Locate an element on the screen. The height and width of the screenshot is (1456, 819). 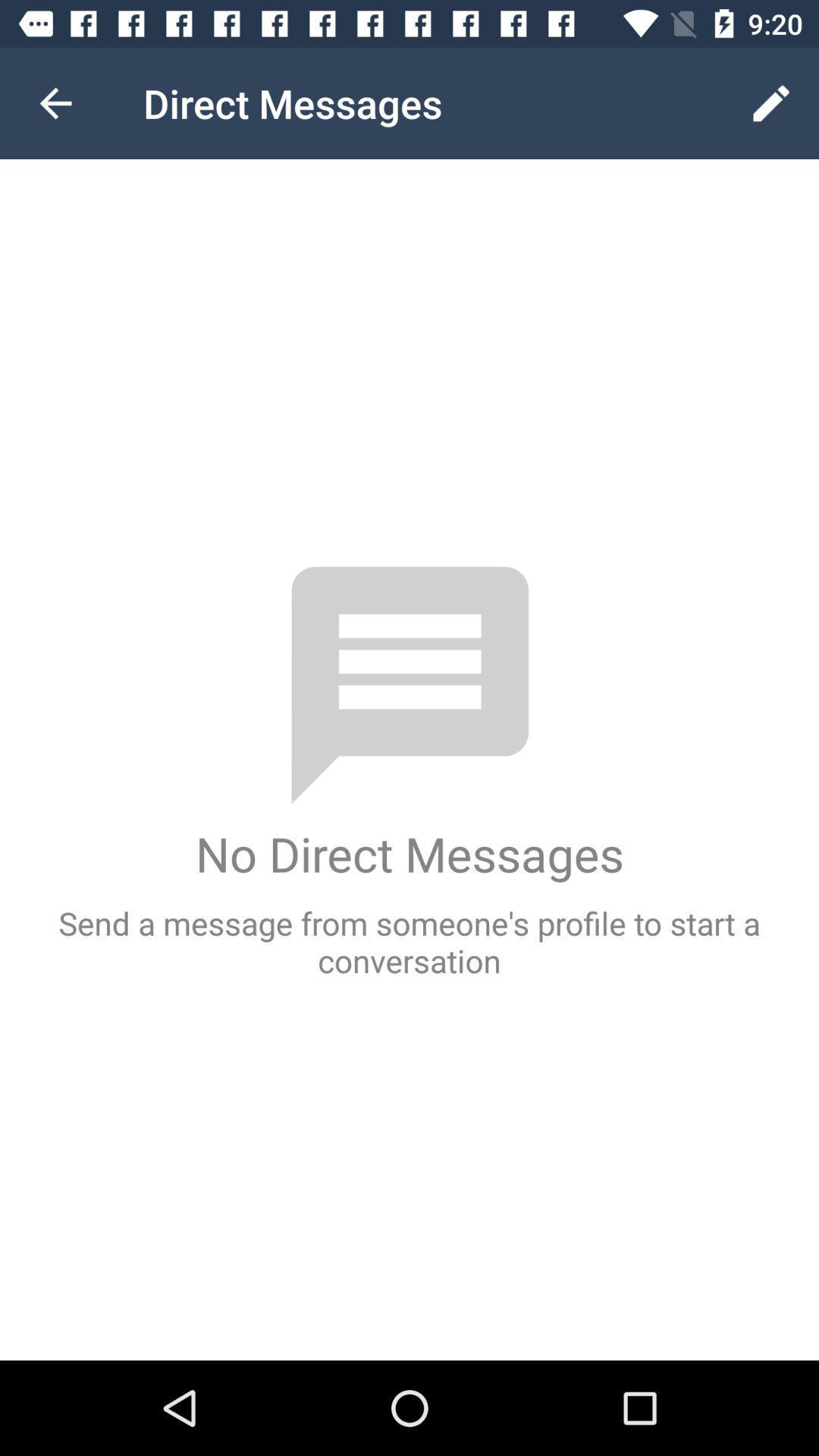
the icon to the left of the direct messages is located at coordinates (55, 102).